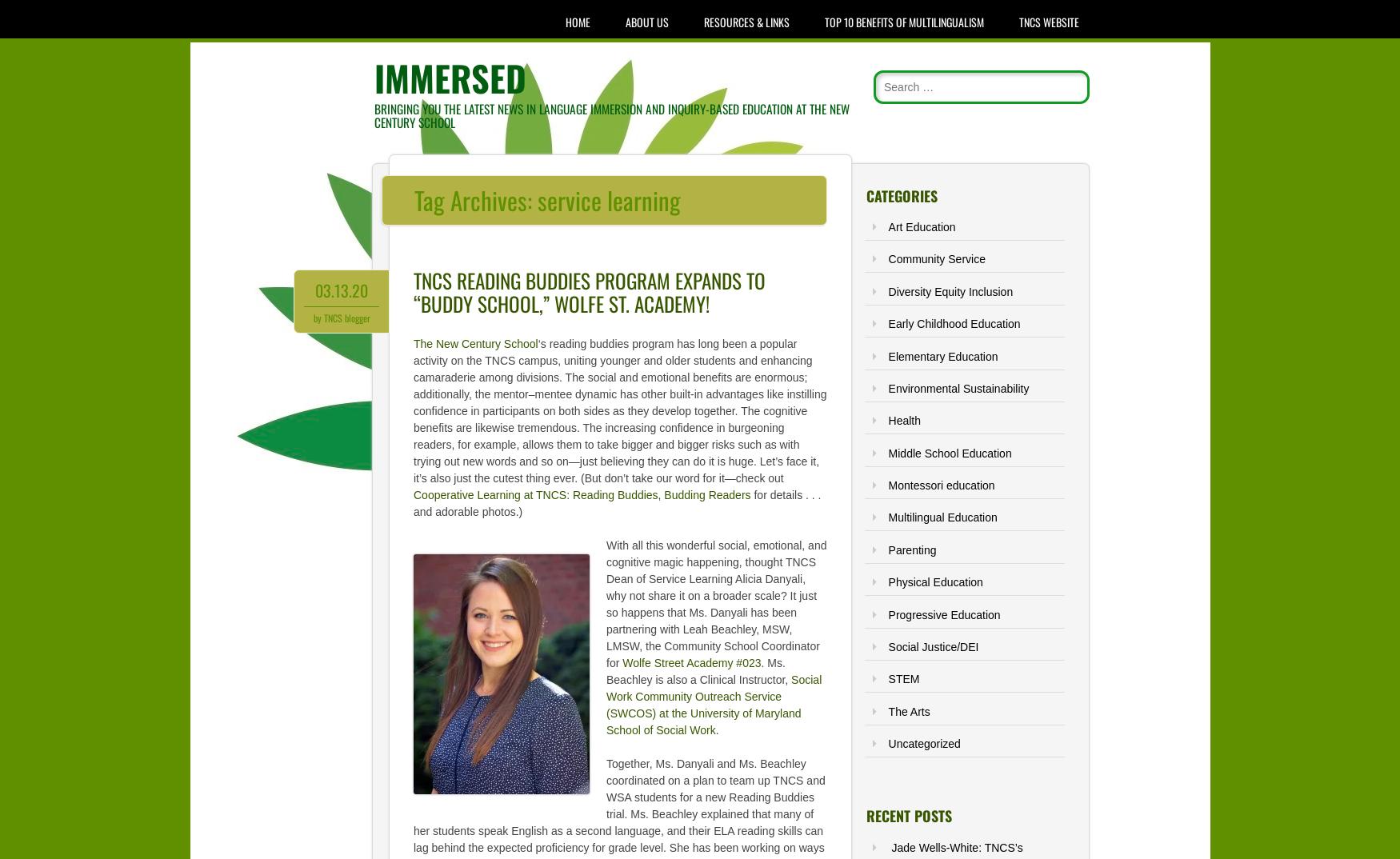 This screenshot has height=859, width=1400. Describe the element at coordinates (932, 647) in the screenshot. I see `'Social Justice/DEI'` at that location.